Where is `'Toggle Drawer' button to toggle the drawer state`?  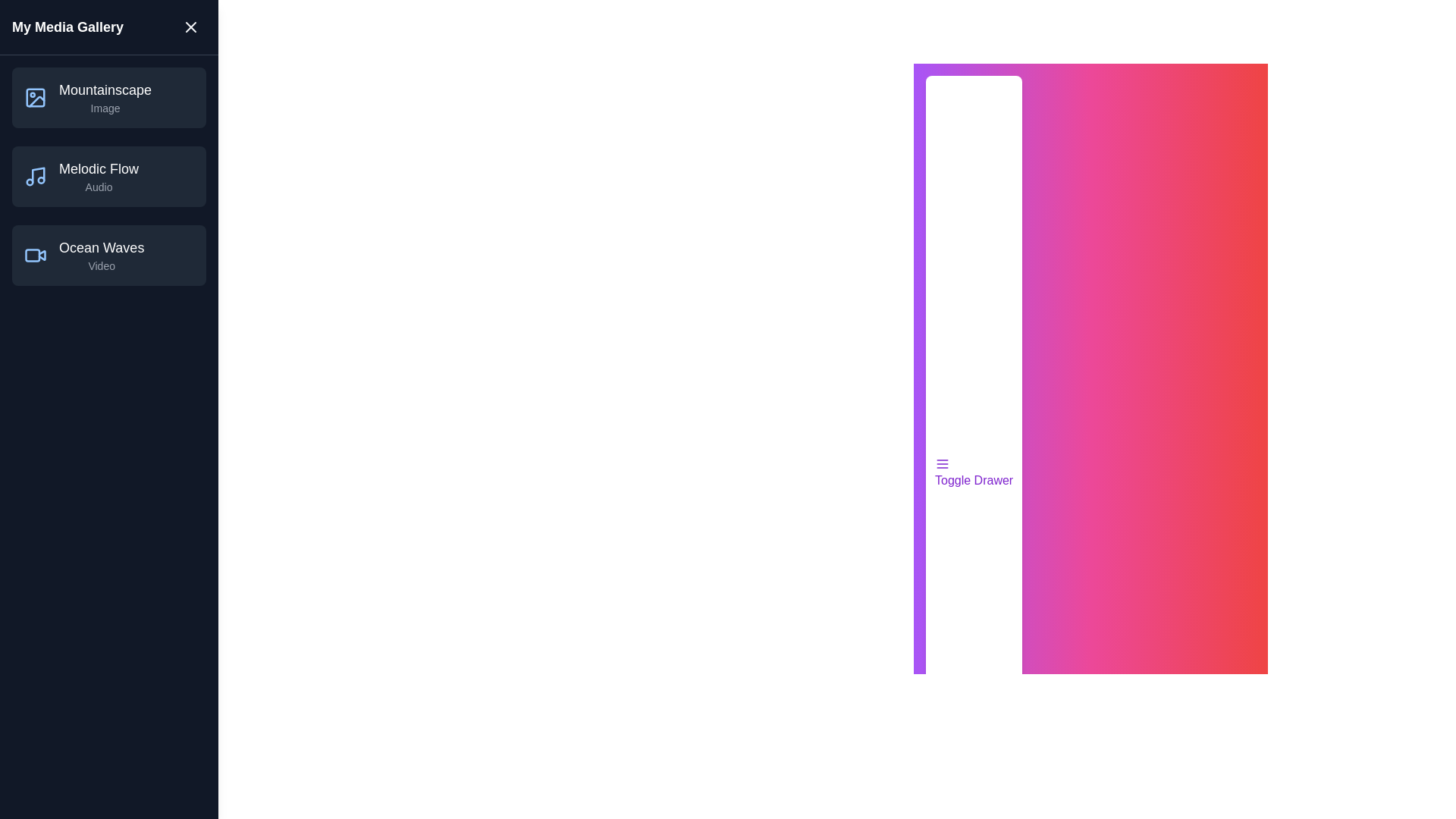
'Toggle Drawer' button to toggle the drawer state is located at coordinates (973, 472).